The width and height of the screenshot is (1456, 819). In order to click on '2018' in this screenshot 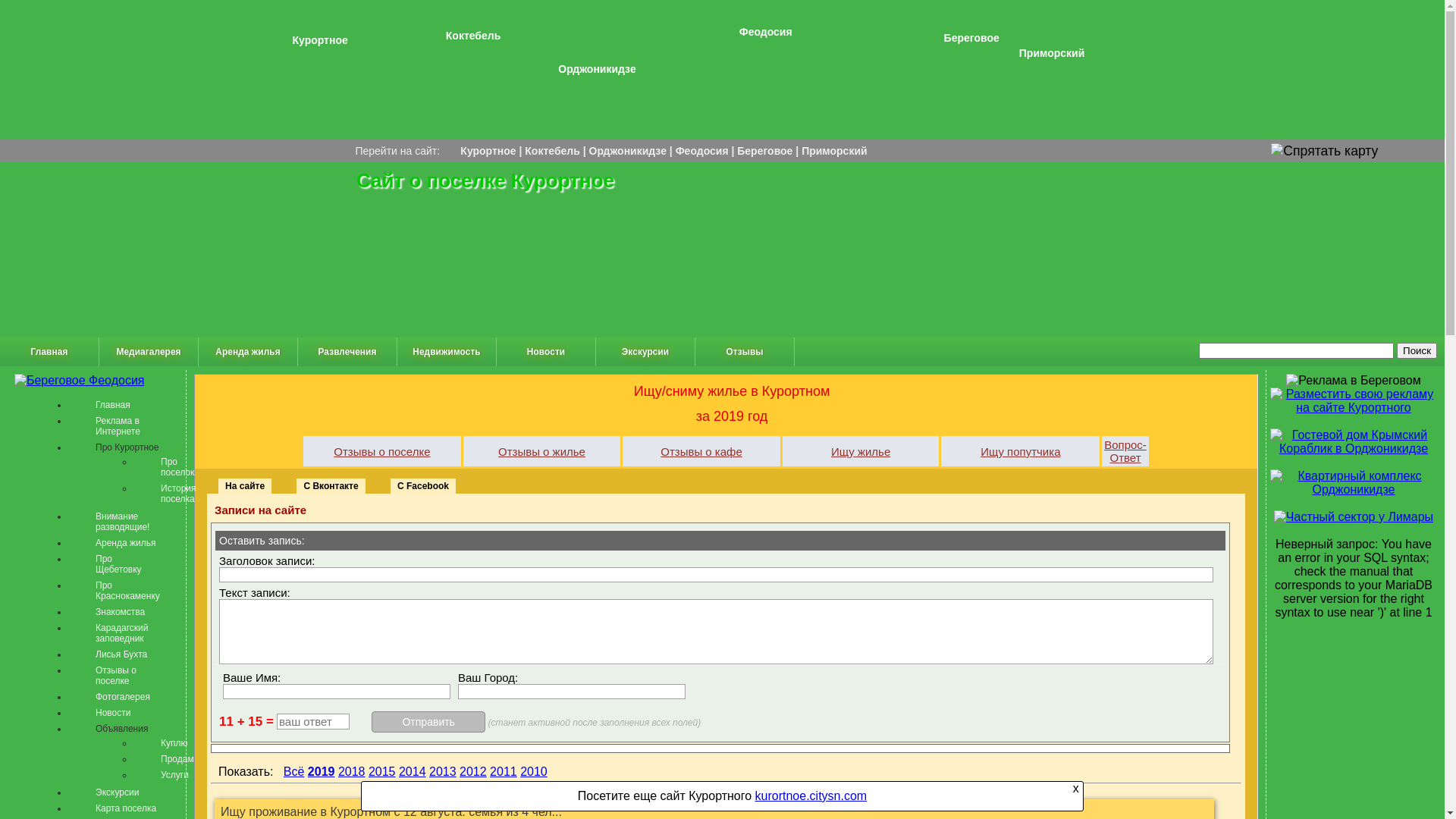, I will do `click(351, 771)`.